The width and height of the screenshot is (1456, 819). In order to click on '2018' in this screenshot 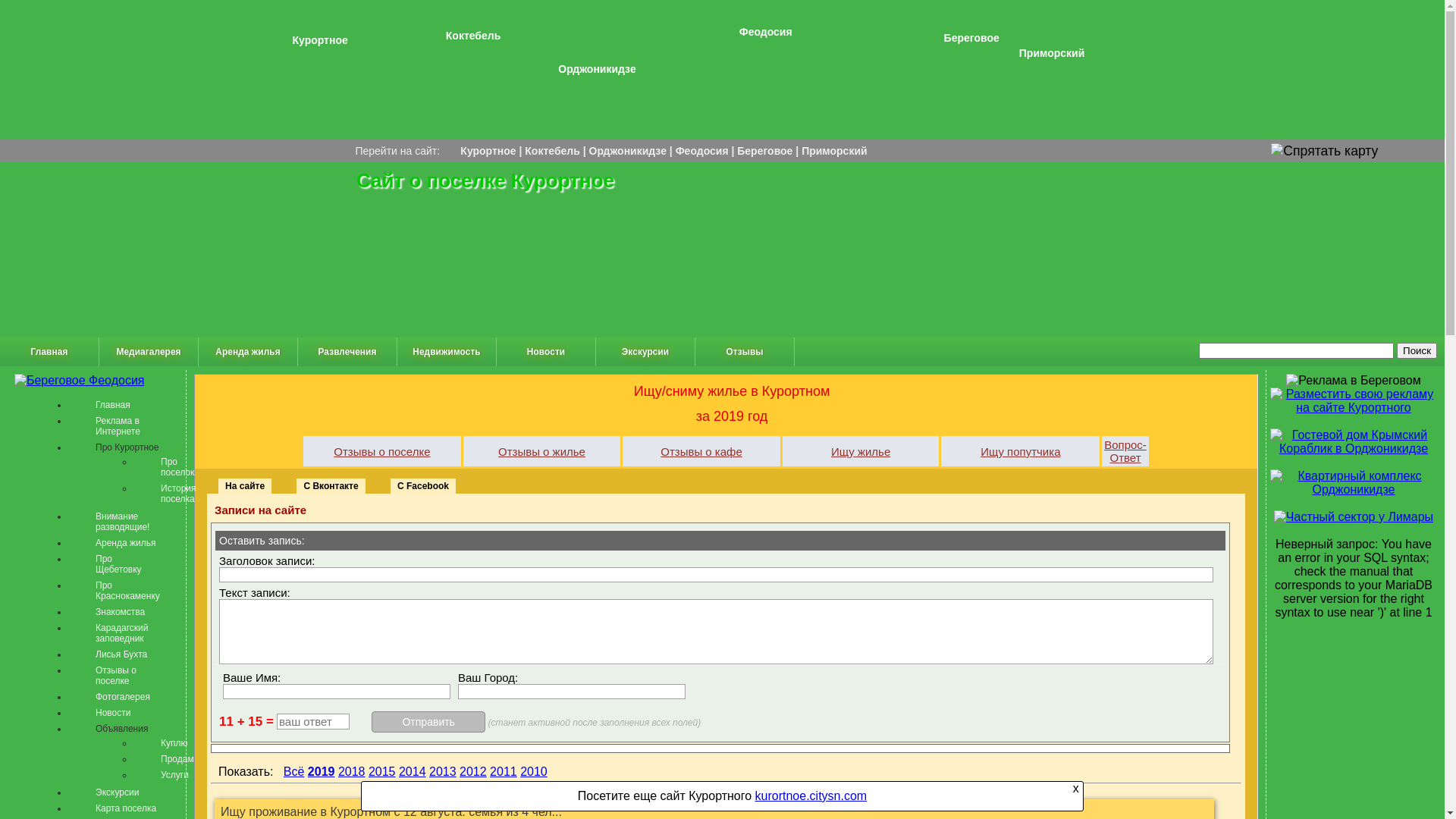, I will do `click(351, 771)`.